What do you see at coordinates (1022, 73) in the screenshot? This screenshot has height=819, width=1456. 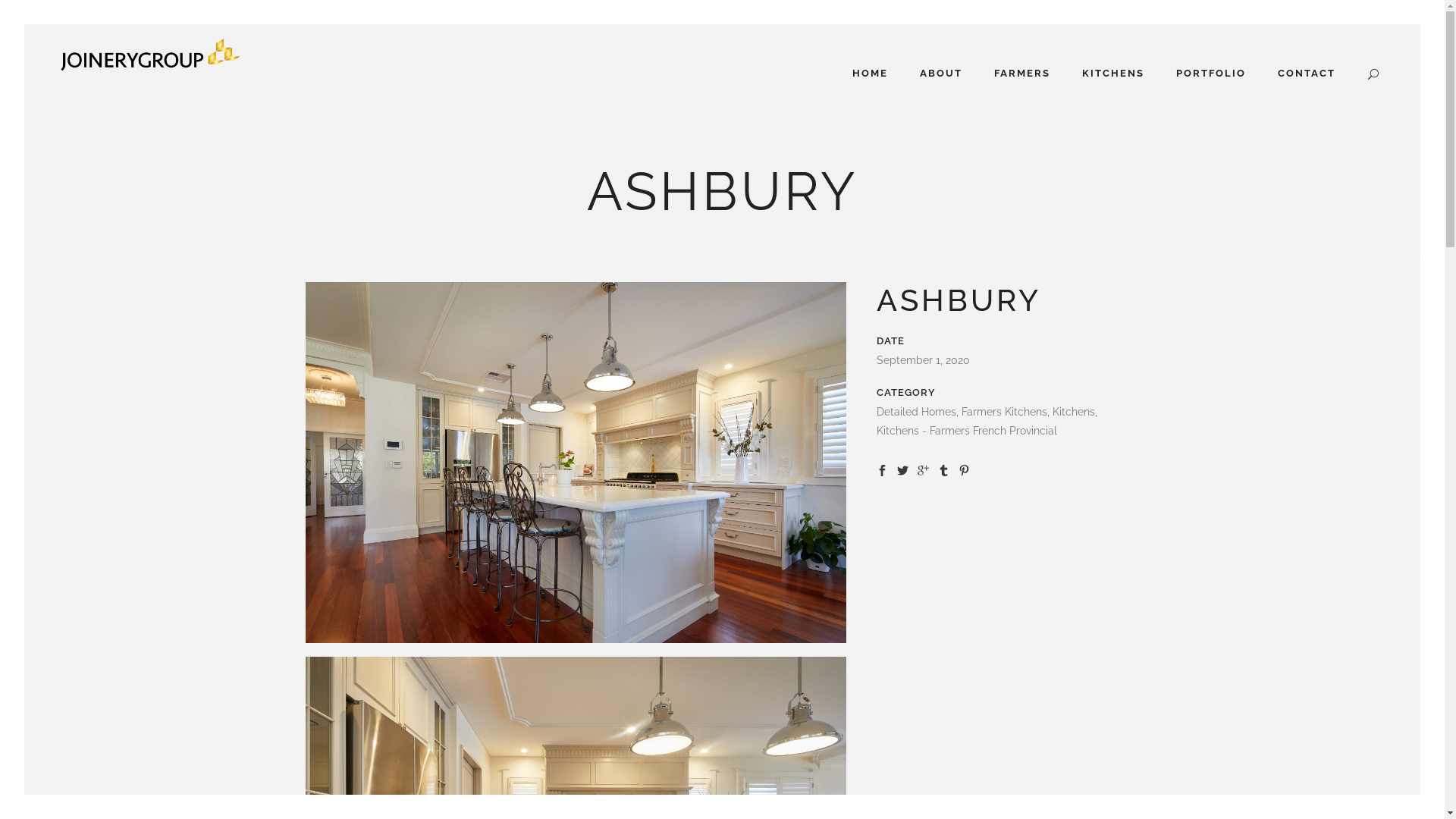 I see `'FARMERS'` at bounding box center [1022, 73].